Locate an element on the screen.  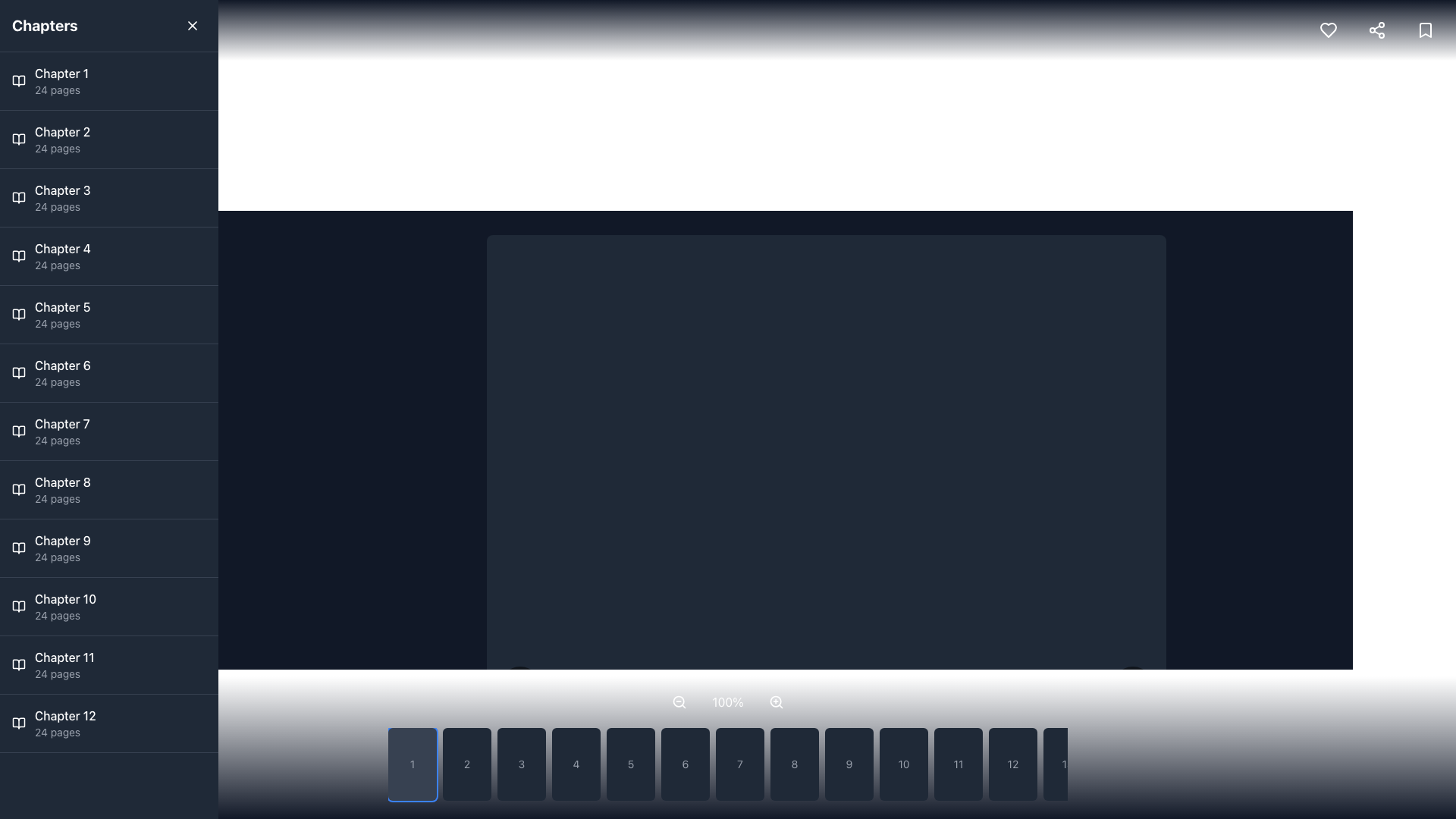
the list entry item displaying 'Chapter 5' and '24 pages' to potentially view more details or highlights is located at coordinates (61, 314).